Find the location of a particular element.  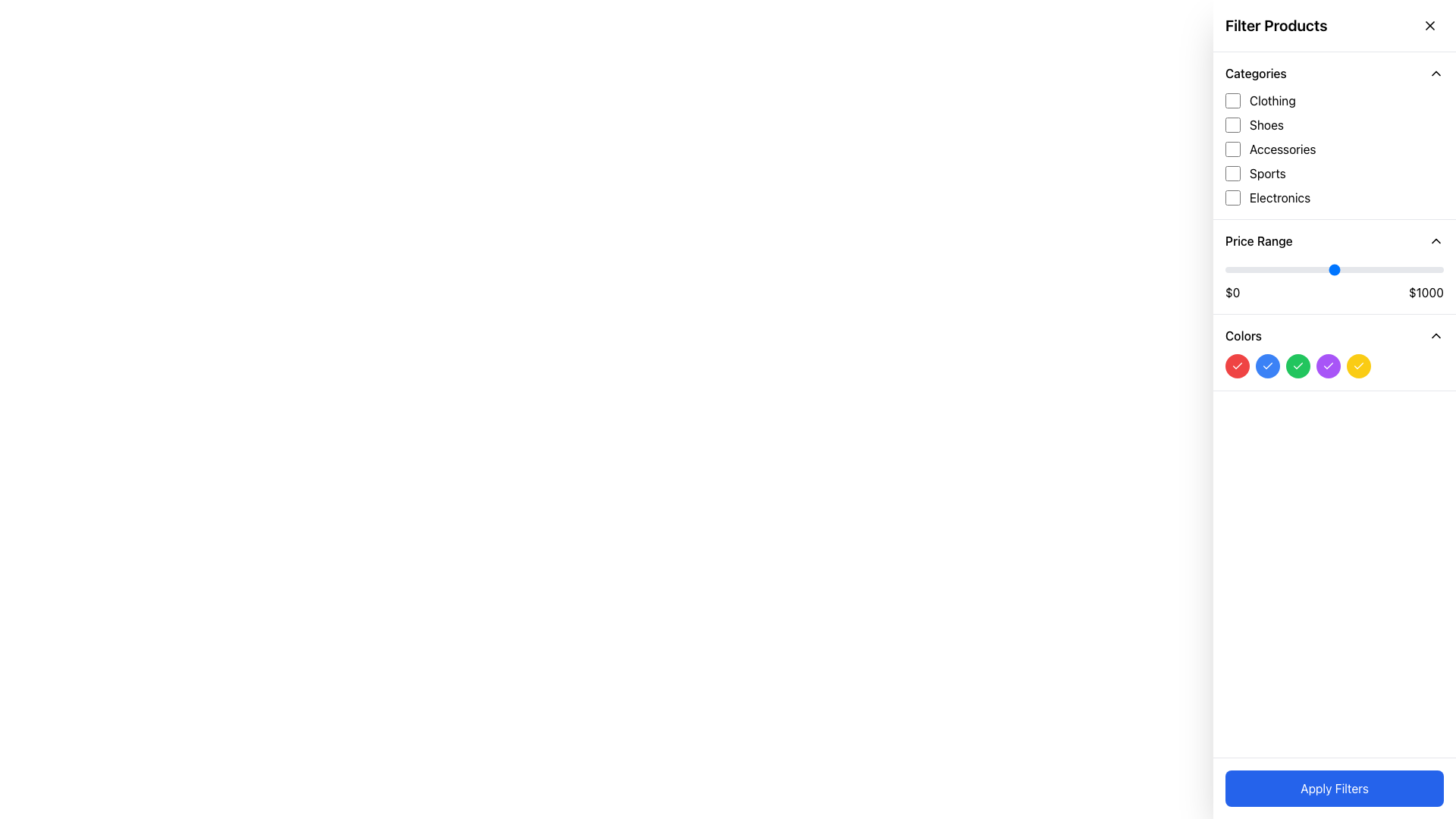

the circular green button with a white checkmark icon located in the 'Colors' section of the 'Filter Products' panel is located at coordinates (1298, 366).